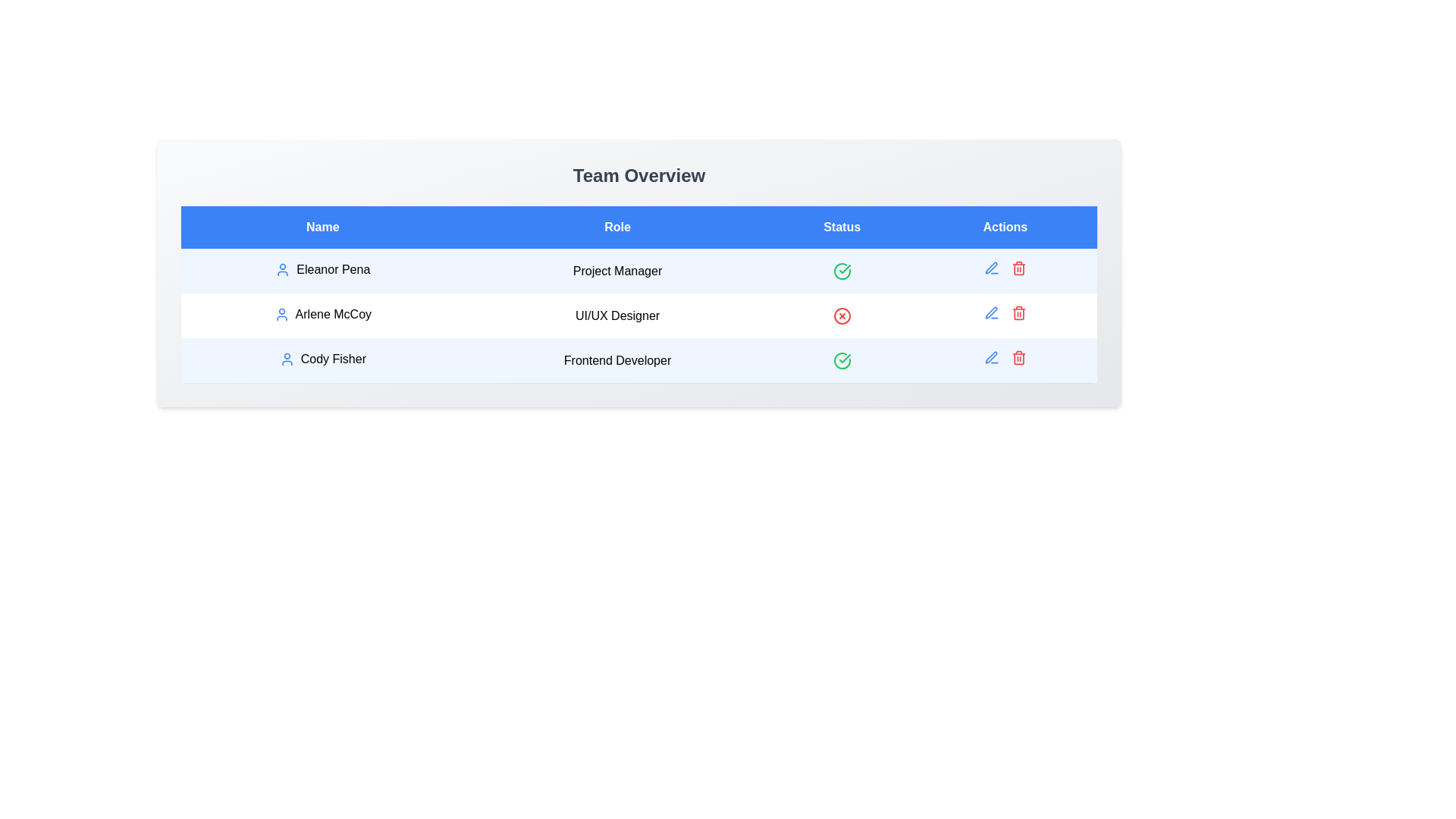 The height and width of the screenshot is (819, 1456). Describe the element at coordinates (991, 312) in the screenshot. I see `the pencil-shaped edit icon located in the 'Actions' column of the row for user 'Arlene McCoy' in the 'Team Overview' table to initiate the edit action` at that location.